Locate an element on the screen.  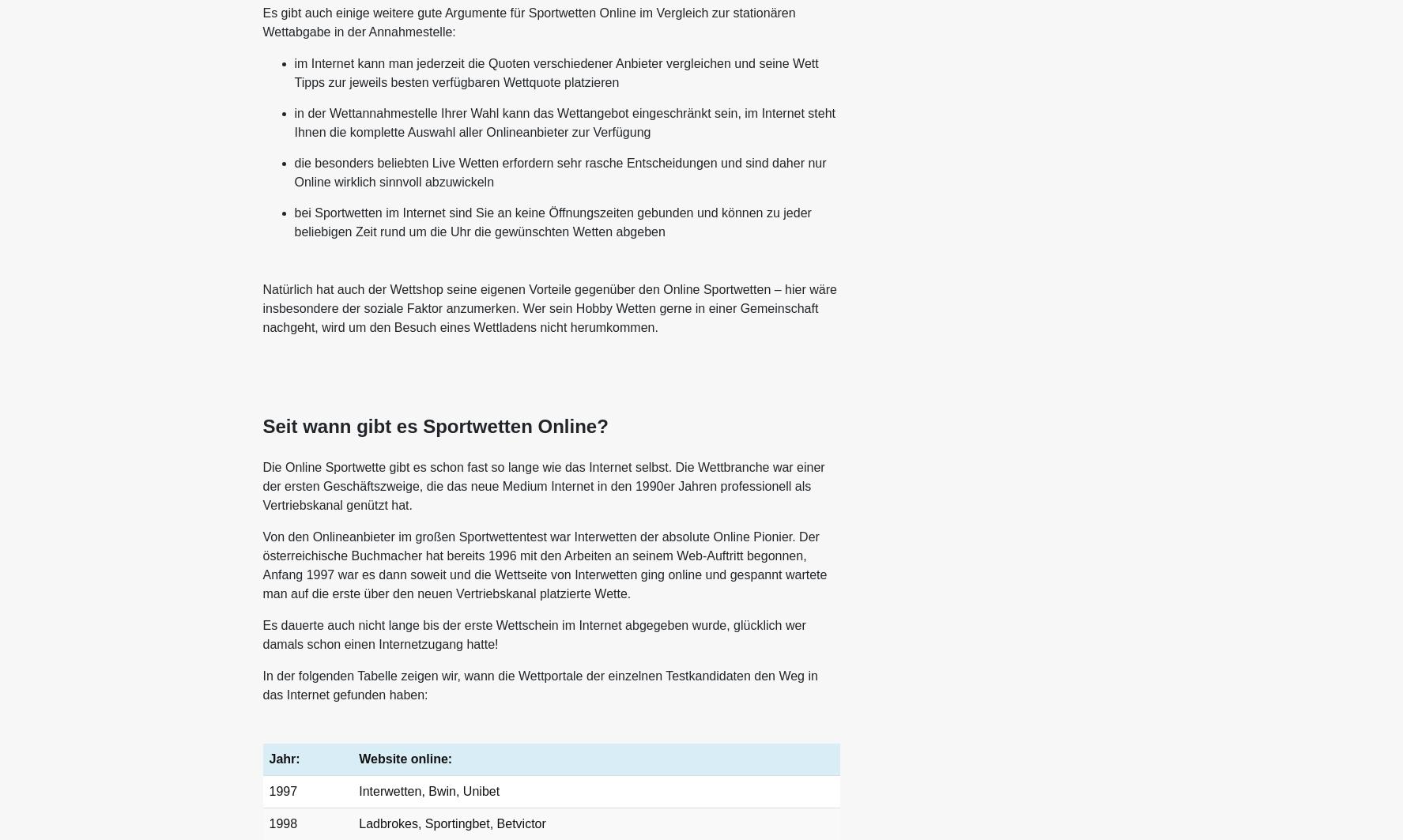
'Es dauerte auch nicht lange bis der erste Wettschein im Internet abgegeben wurde, glücklich wer damals schon einen Internetzugang hatte!' is located at coordinates (533, 634).